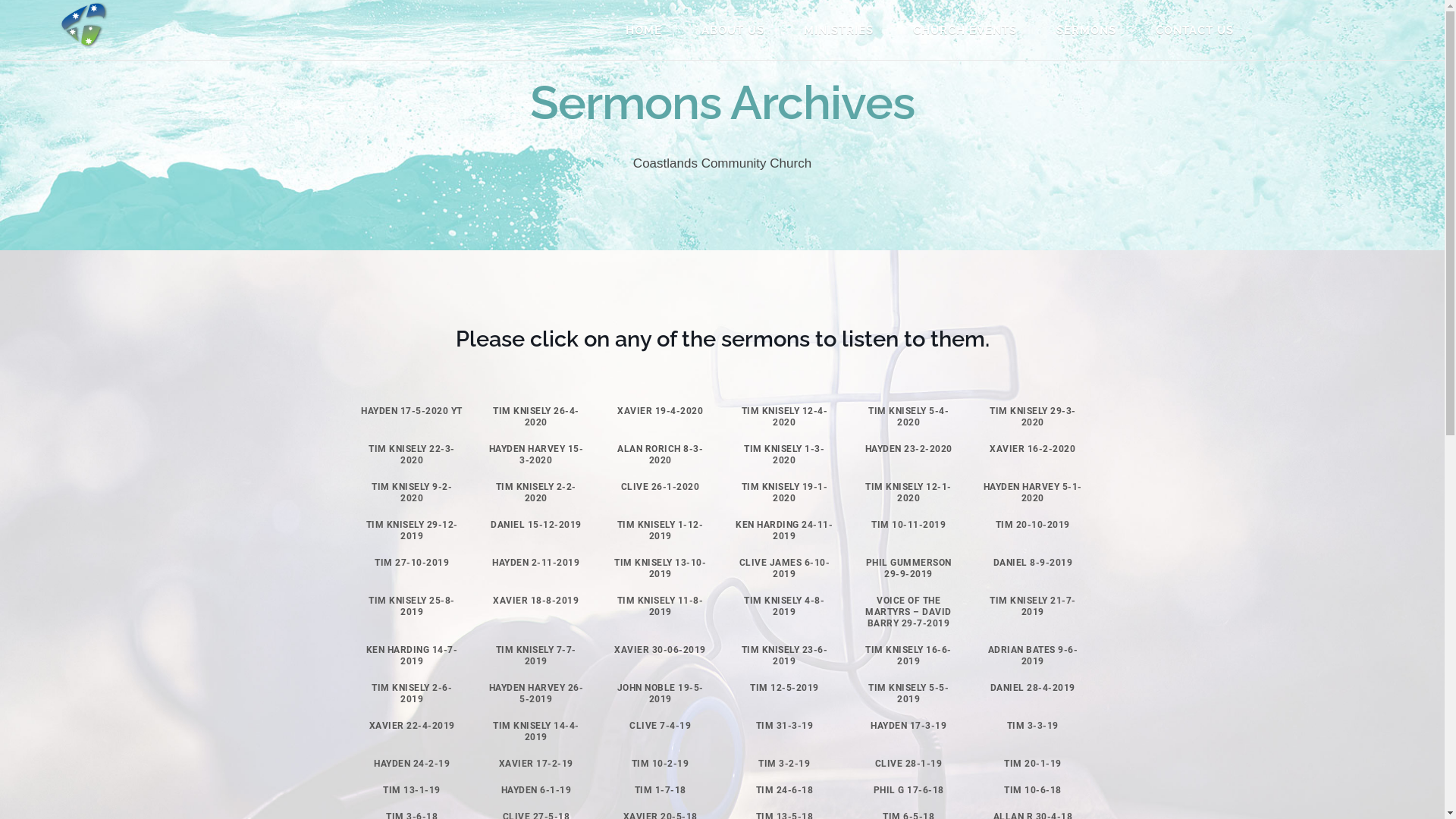 Image resolution: width=1456 pixels, height=819 pixels. I want to click on 'TIM KNISELY 21-7-2019', so click(1032, 605).